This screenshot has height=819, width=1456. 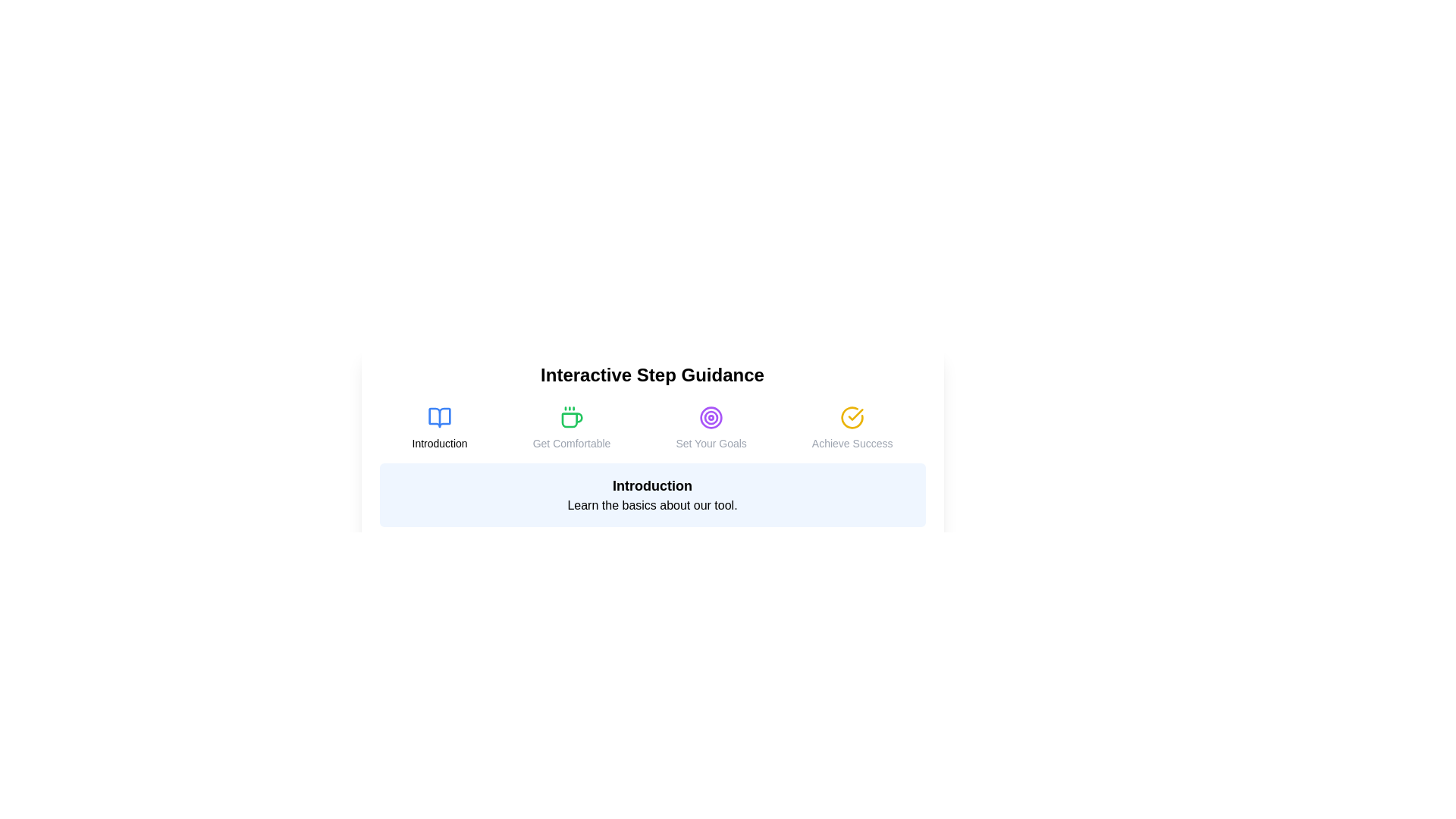 I want to click on the third text label in the navigation set, located below the purple target icon and between 'Get Comfortable' and 'Achieve Success', so click(x=711, y=444).